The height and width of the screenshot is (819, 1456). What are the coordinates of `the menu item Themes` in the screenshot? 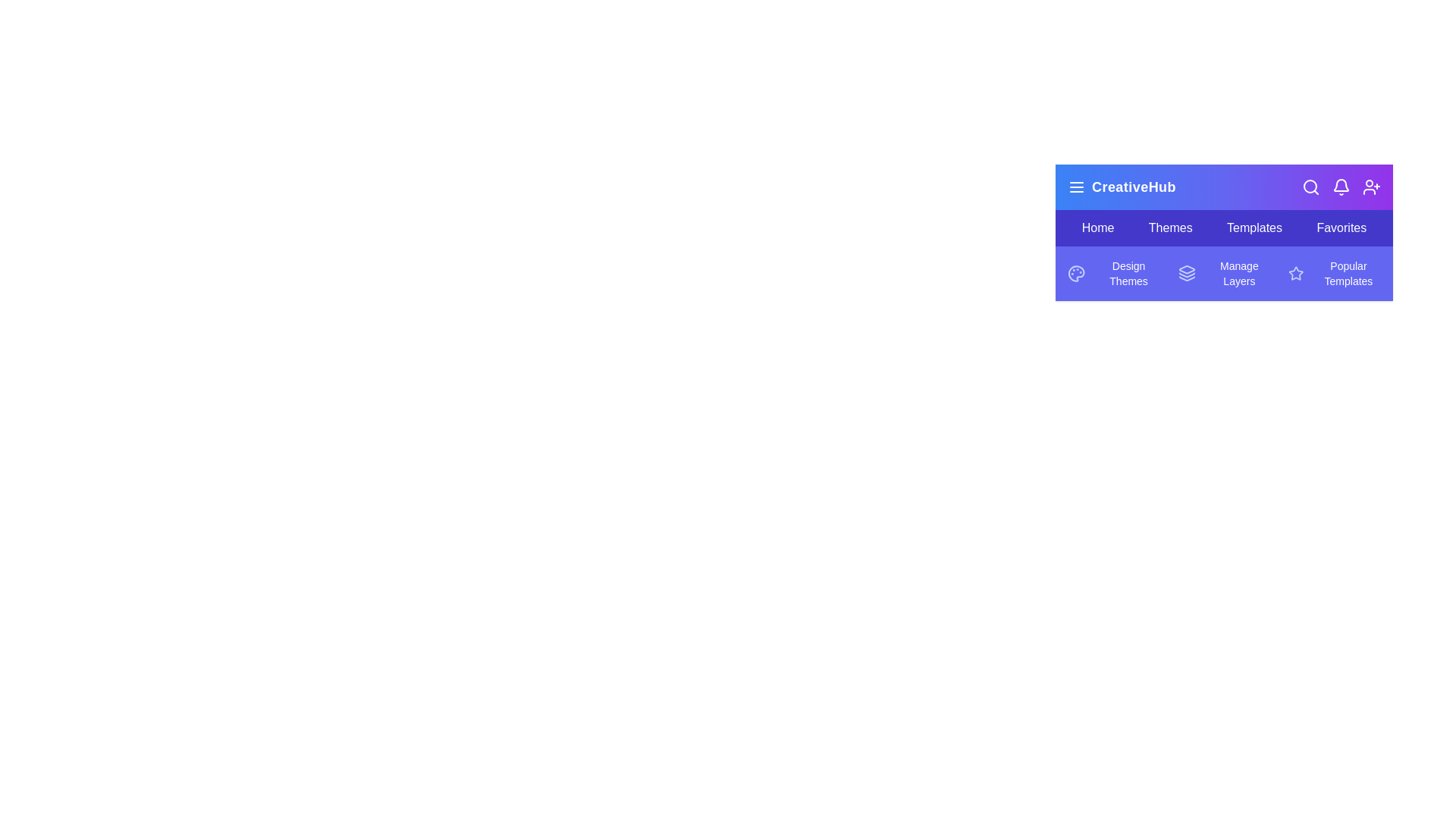 It's located at (1169, 227).